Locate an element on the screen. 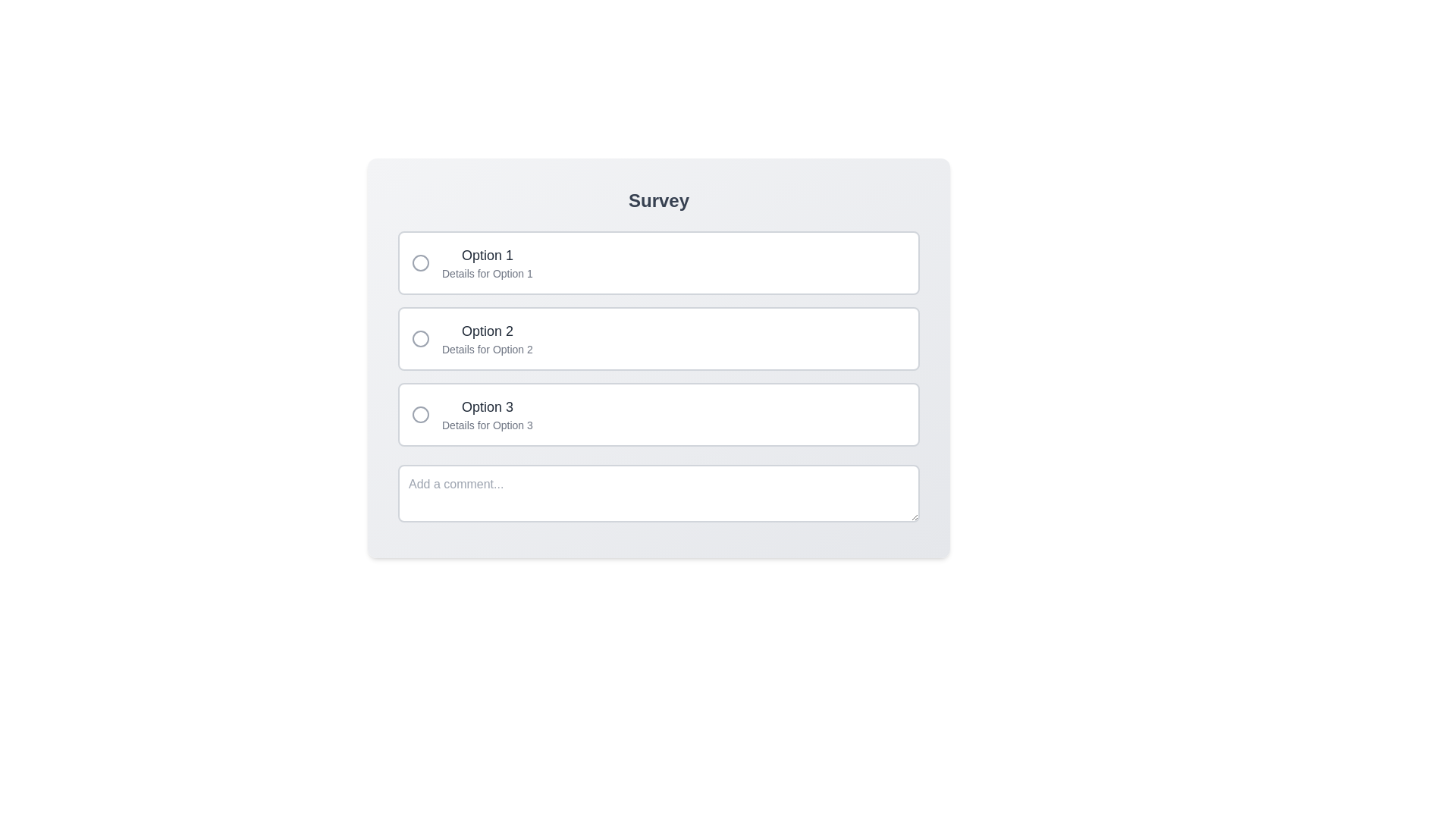 The height and width of the screenshot is (819, 1456). the small, gray text label reading 'Details for Option 3', which is located beneath the bold 'Option 3' title in the vertical list of options is located at coordinates (488, 425).